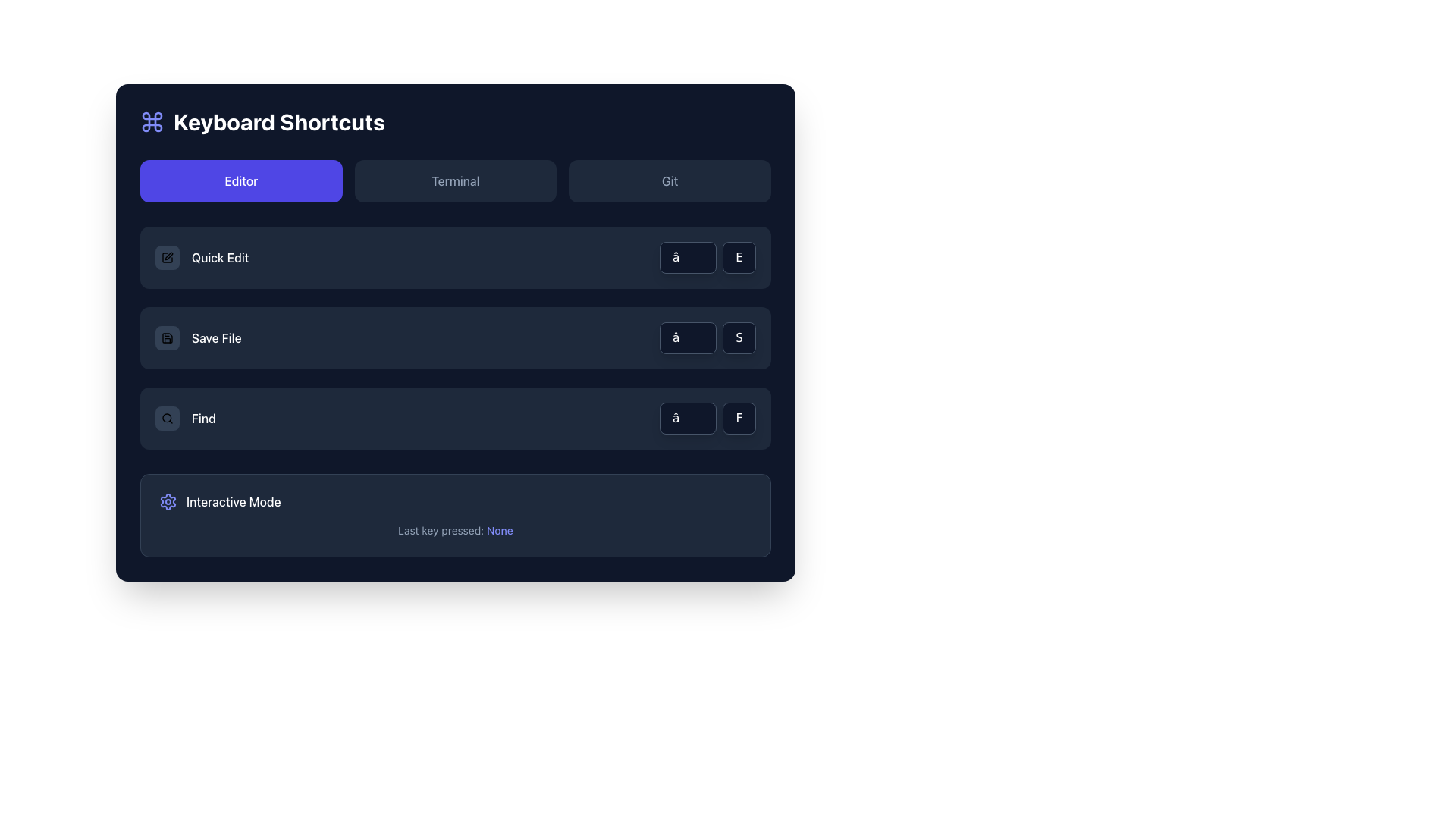 The image size is (1456, 819). What do you see at coordinates (167, 418) in the screenshot?
I see `the search icon located in the 'Find' section, positioned to the left of the text 'Find' and above 'Interactive Mode'` at bounding box center [167, 418].